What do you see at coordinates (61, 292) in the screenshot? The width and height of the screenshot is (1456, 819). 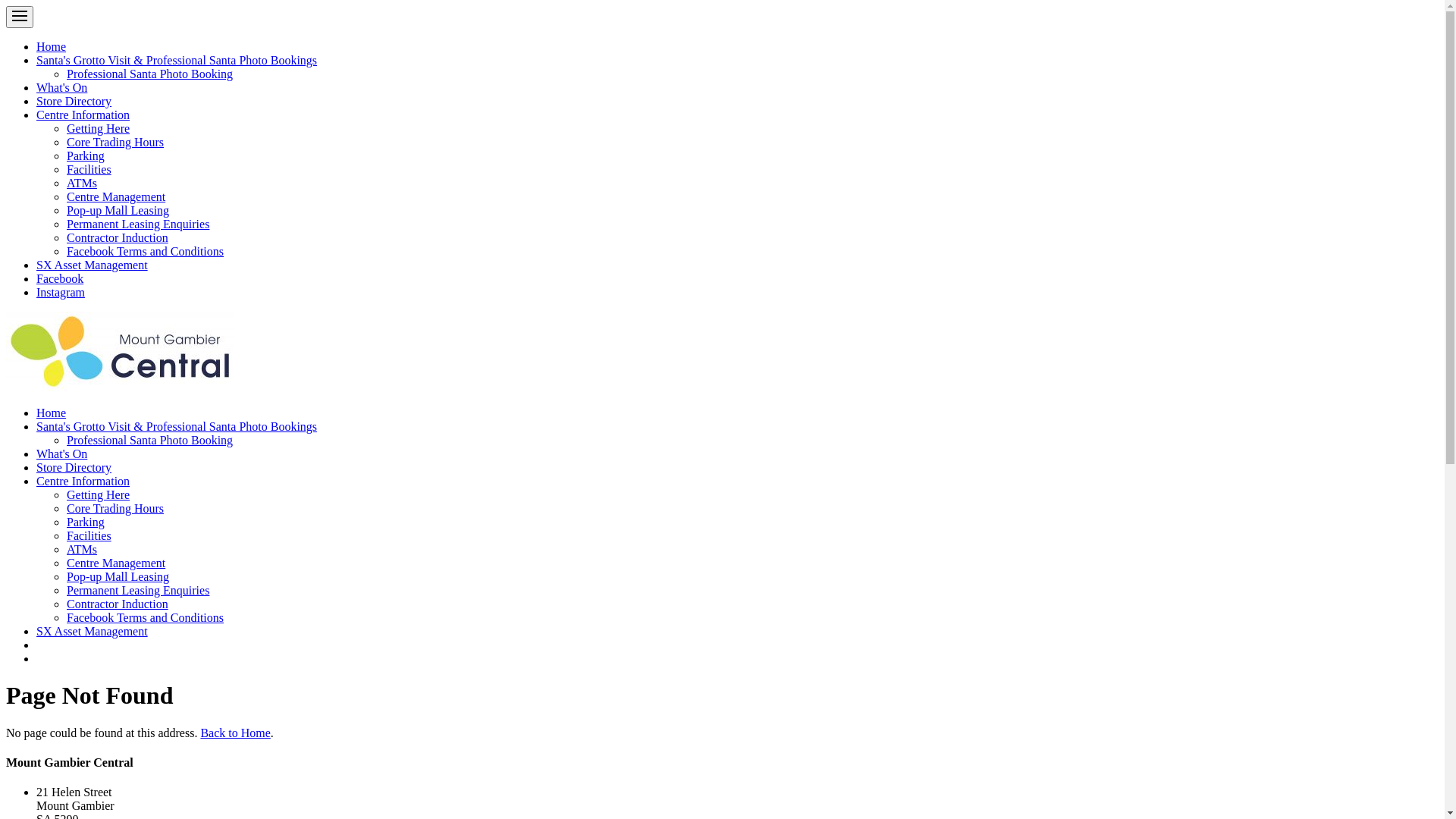 I see `'Instagram'` at bounding box center [61, 292].